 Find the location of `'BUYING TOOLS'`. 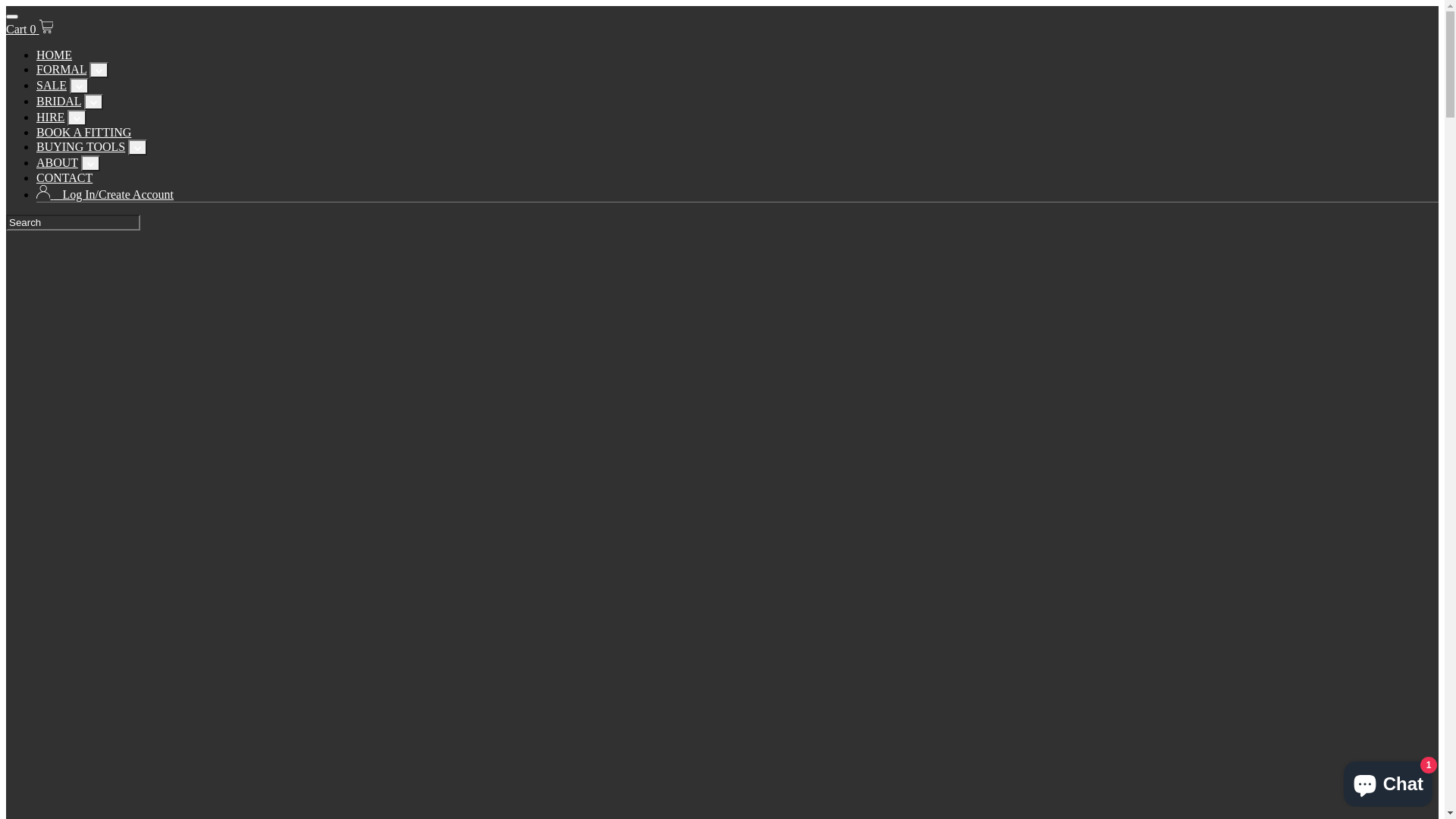

'BUYING TOOLS' is located at coordinates (80, 146).